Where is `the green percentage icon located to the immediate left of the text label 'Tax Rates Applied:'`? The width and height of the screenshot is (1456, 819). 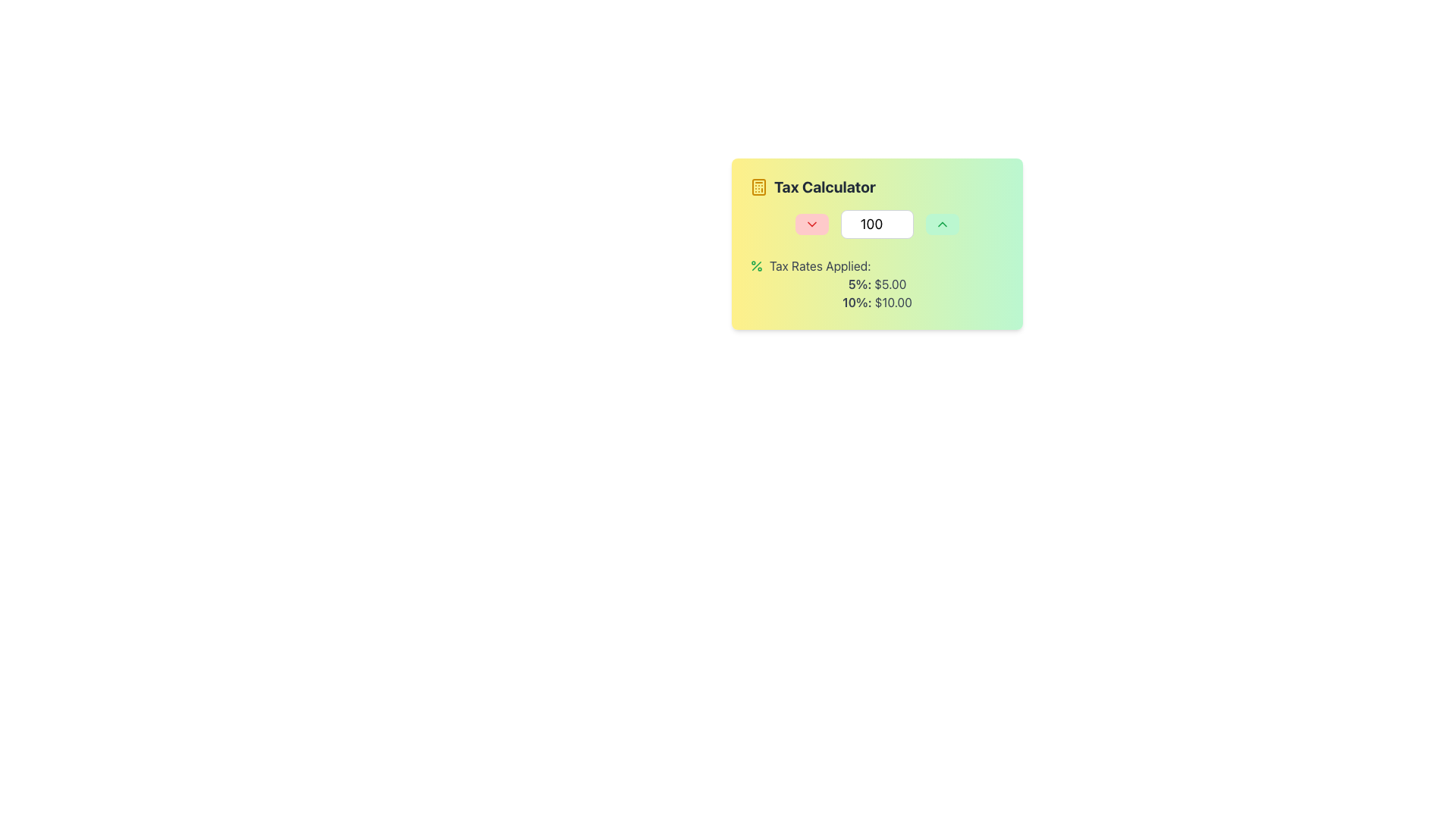 the green percentage icon located to the immediate left of the text label 'Tax Rates Applied:' is located at coordinates (757, 265).